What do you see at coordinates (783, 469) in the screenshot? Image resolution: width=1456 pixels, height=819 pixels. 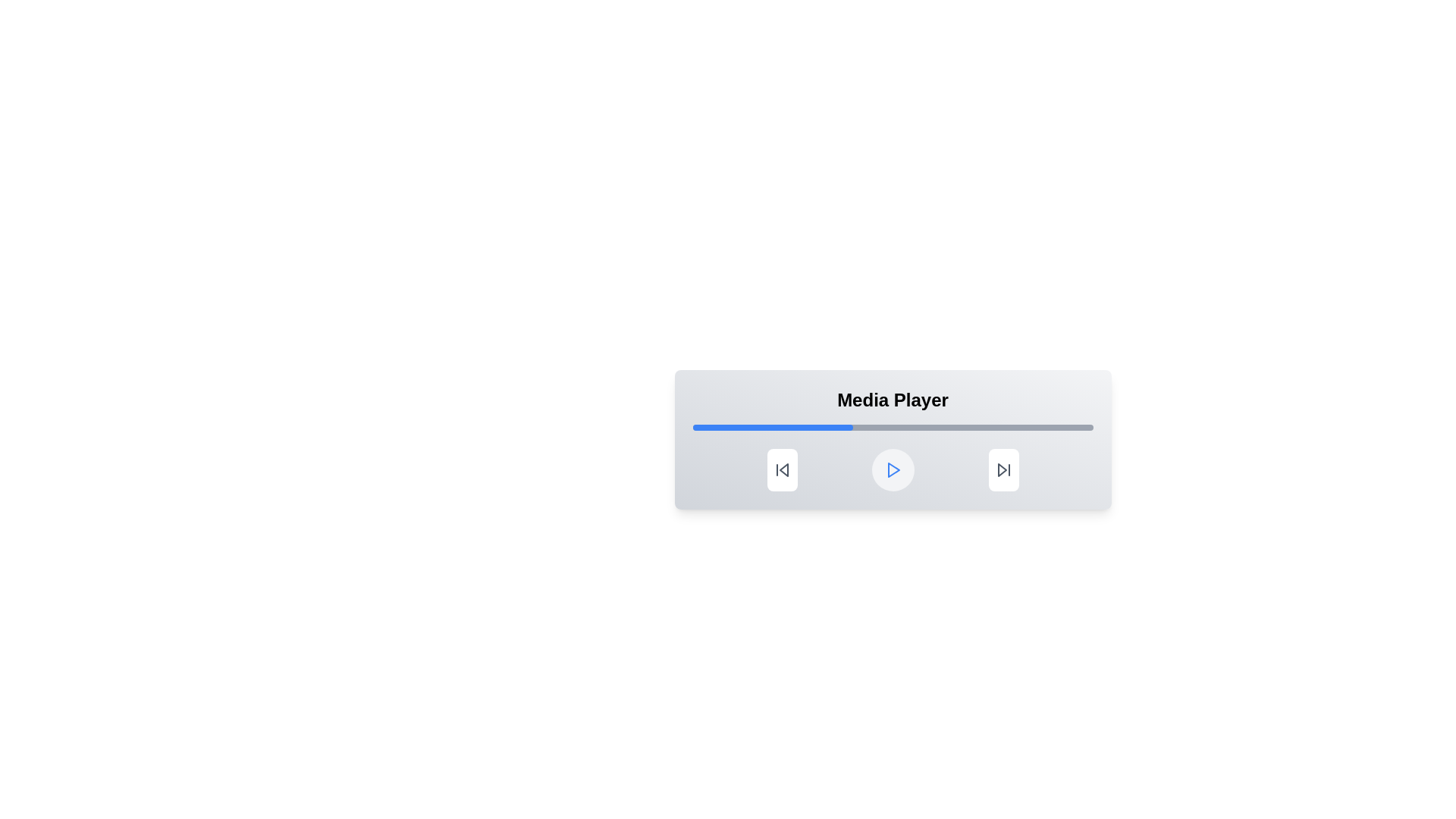 I see `the Previous Button located in the media player interface` at bounding box center [783, 469].